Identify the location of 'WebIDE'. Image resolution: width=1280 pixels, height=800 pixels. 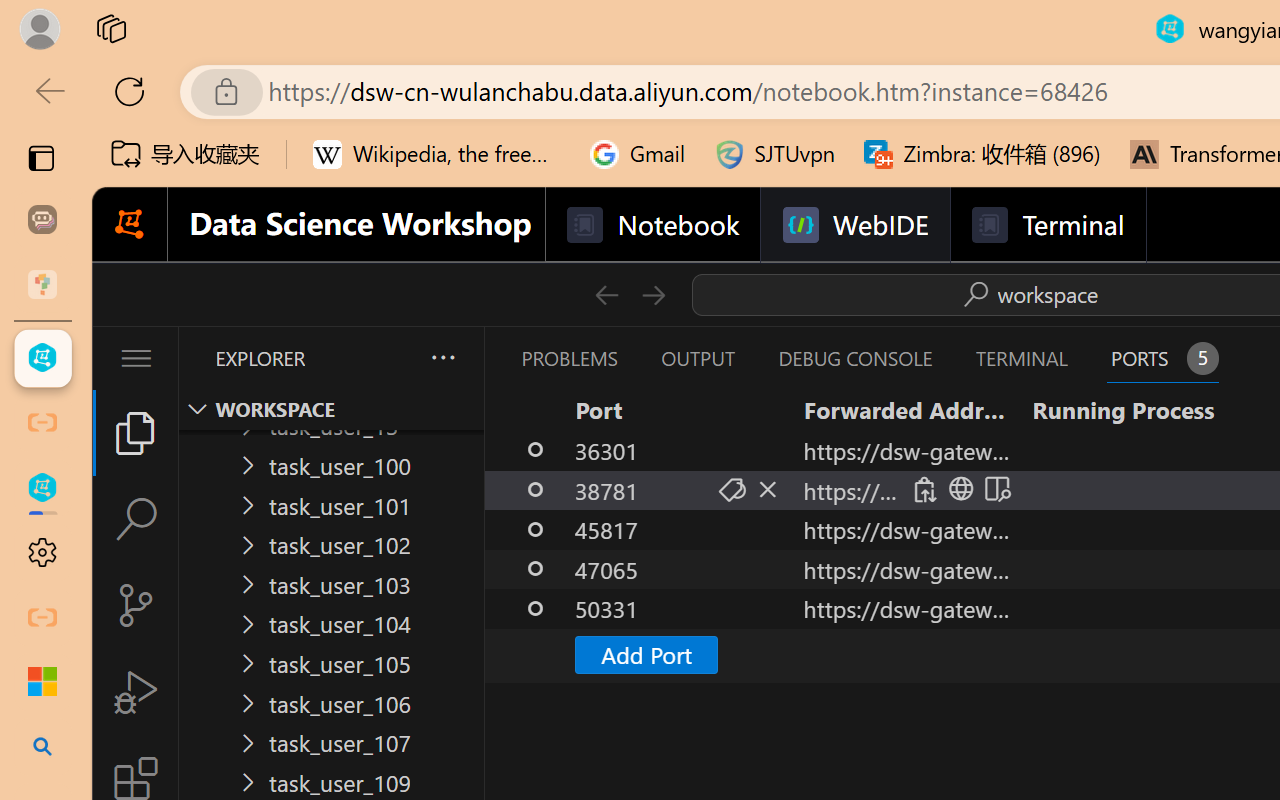
(855, 225).